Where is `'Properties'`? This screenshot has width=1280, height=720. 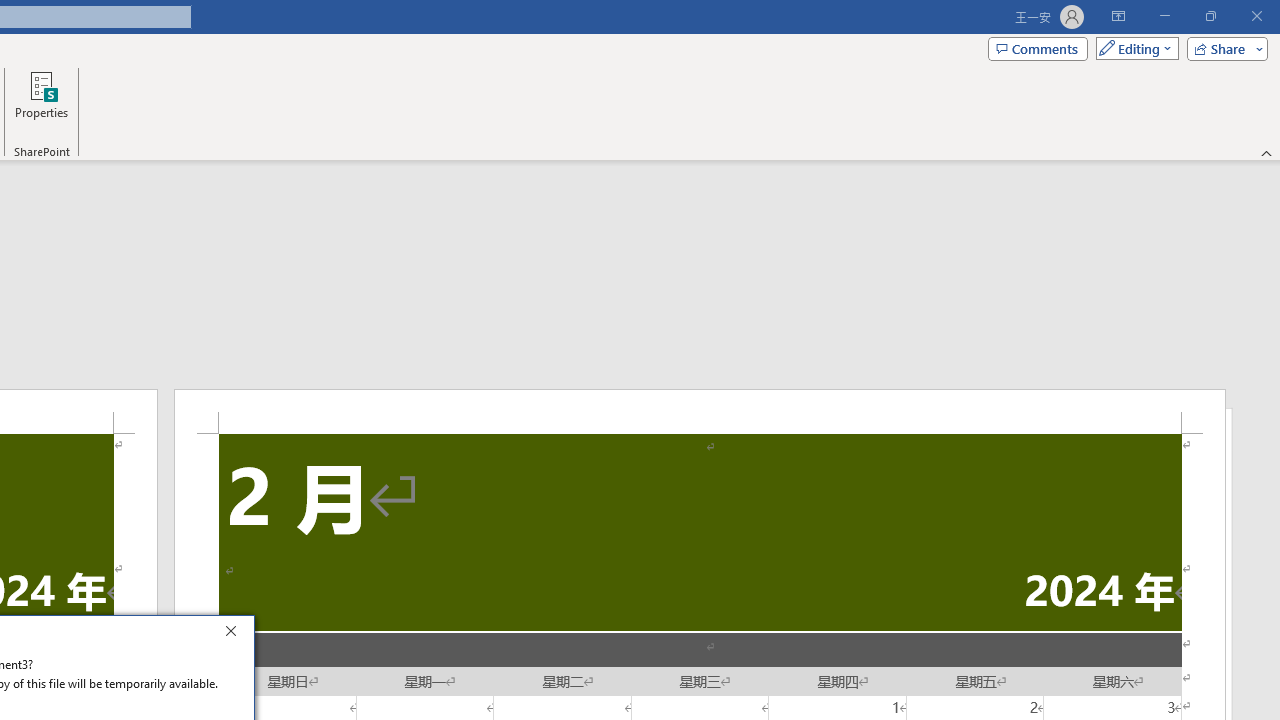
'Properties' is located at coordinates (41, 103).